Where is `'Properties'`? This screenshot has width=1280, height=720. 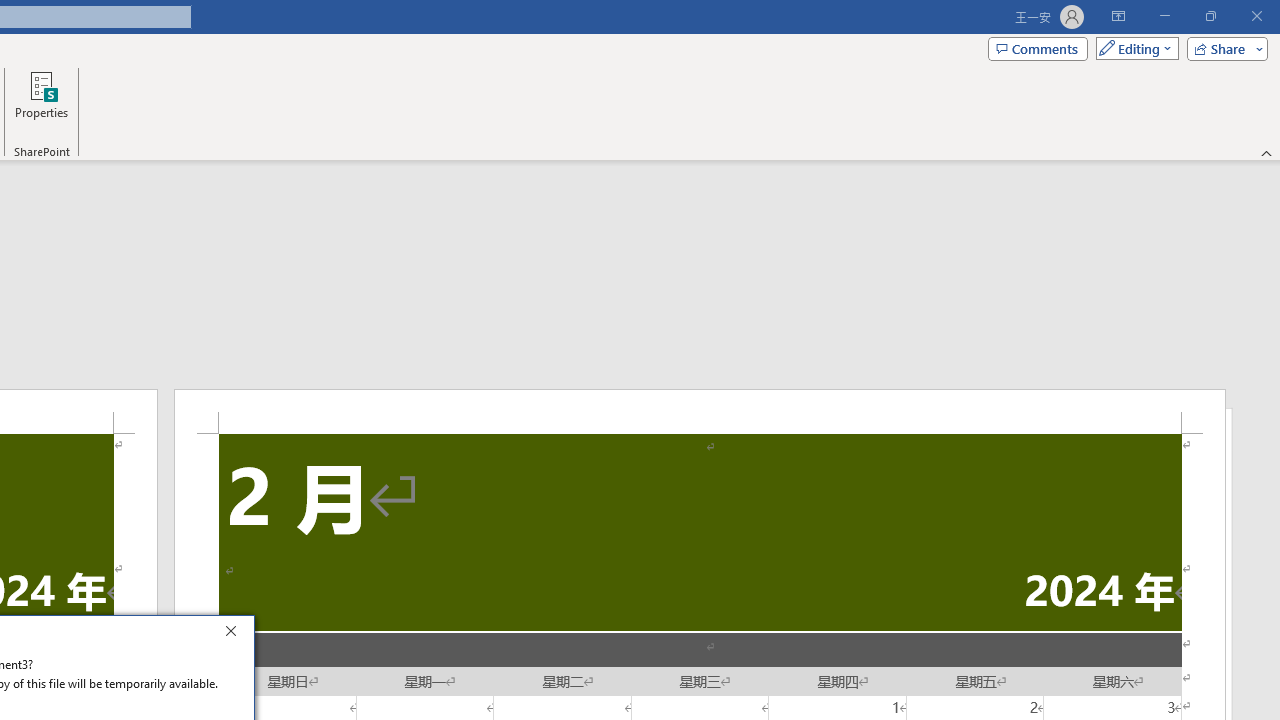
'Properties' is located at coordinates (41, 103).